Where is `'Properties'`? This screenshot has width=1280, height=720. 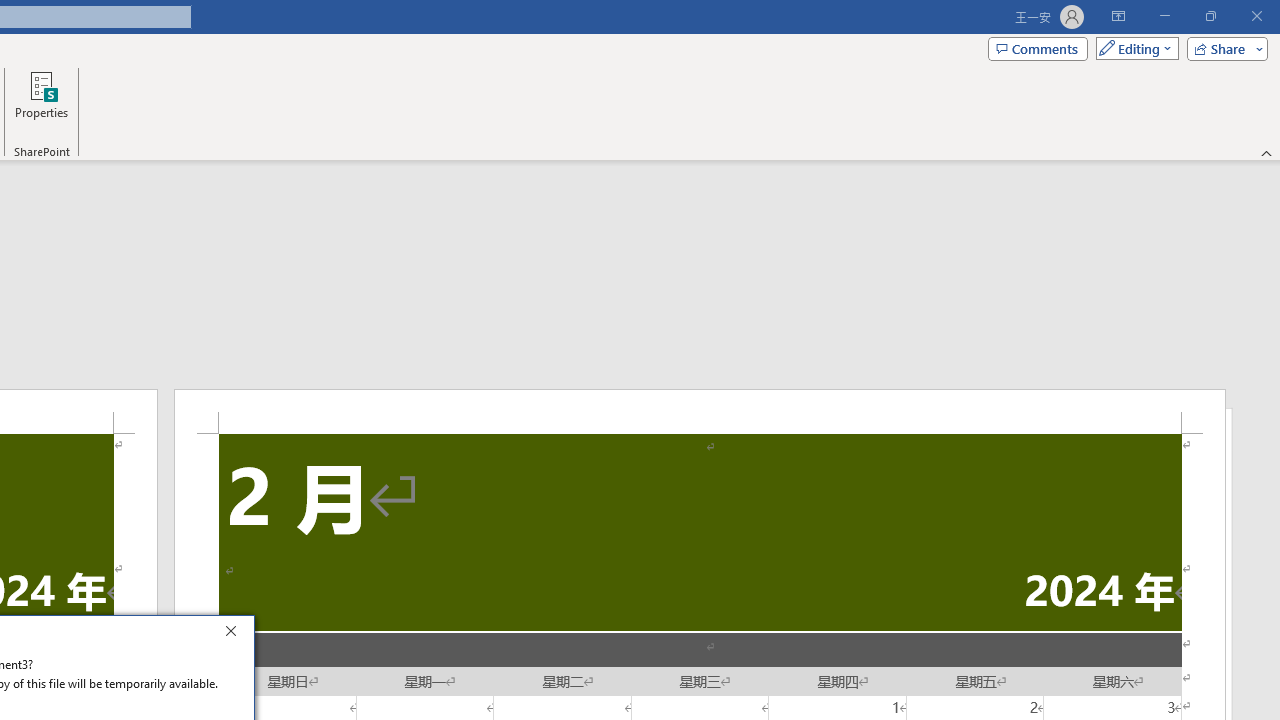
'Properties' is located at coordinates (41, 103).